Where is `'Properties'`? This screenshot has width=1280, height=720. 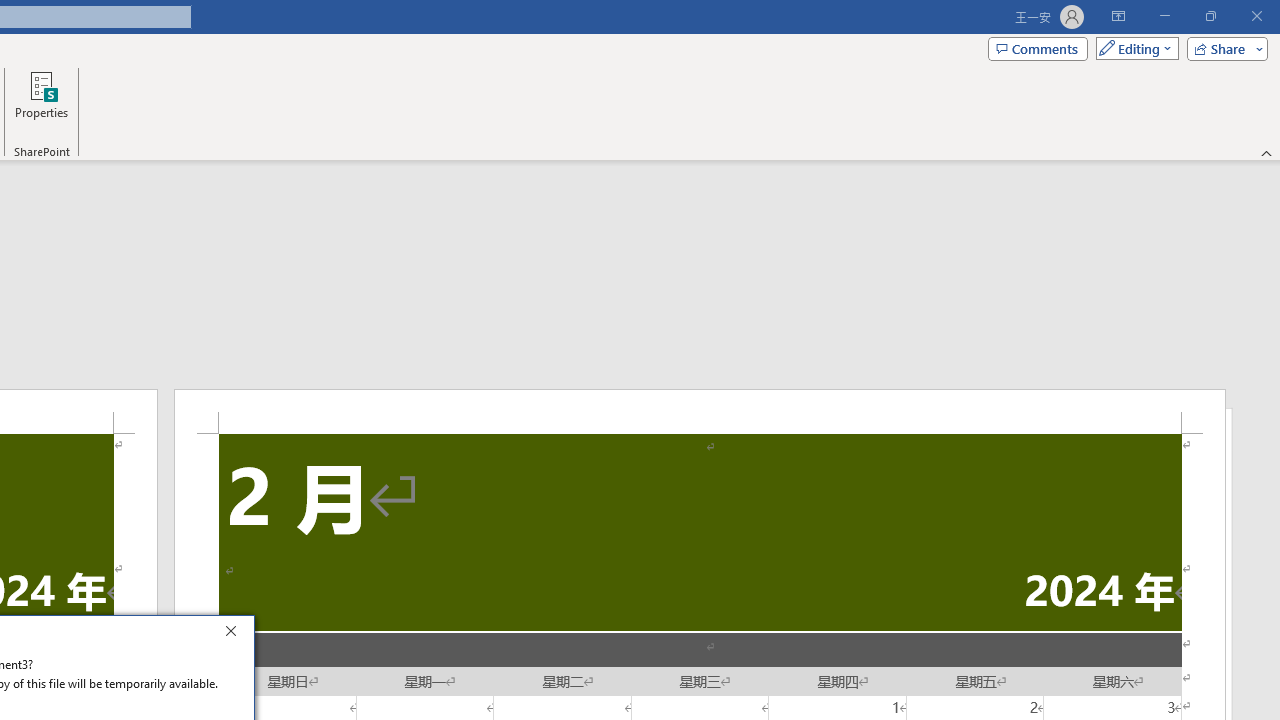
'Properties' is located at coordinates (41, 103).